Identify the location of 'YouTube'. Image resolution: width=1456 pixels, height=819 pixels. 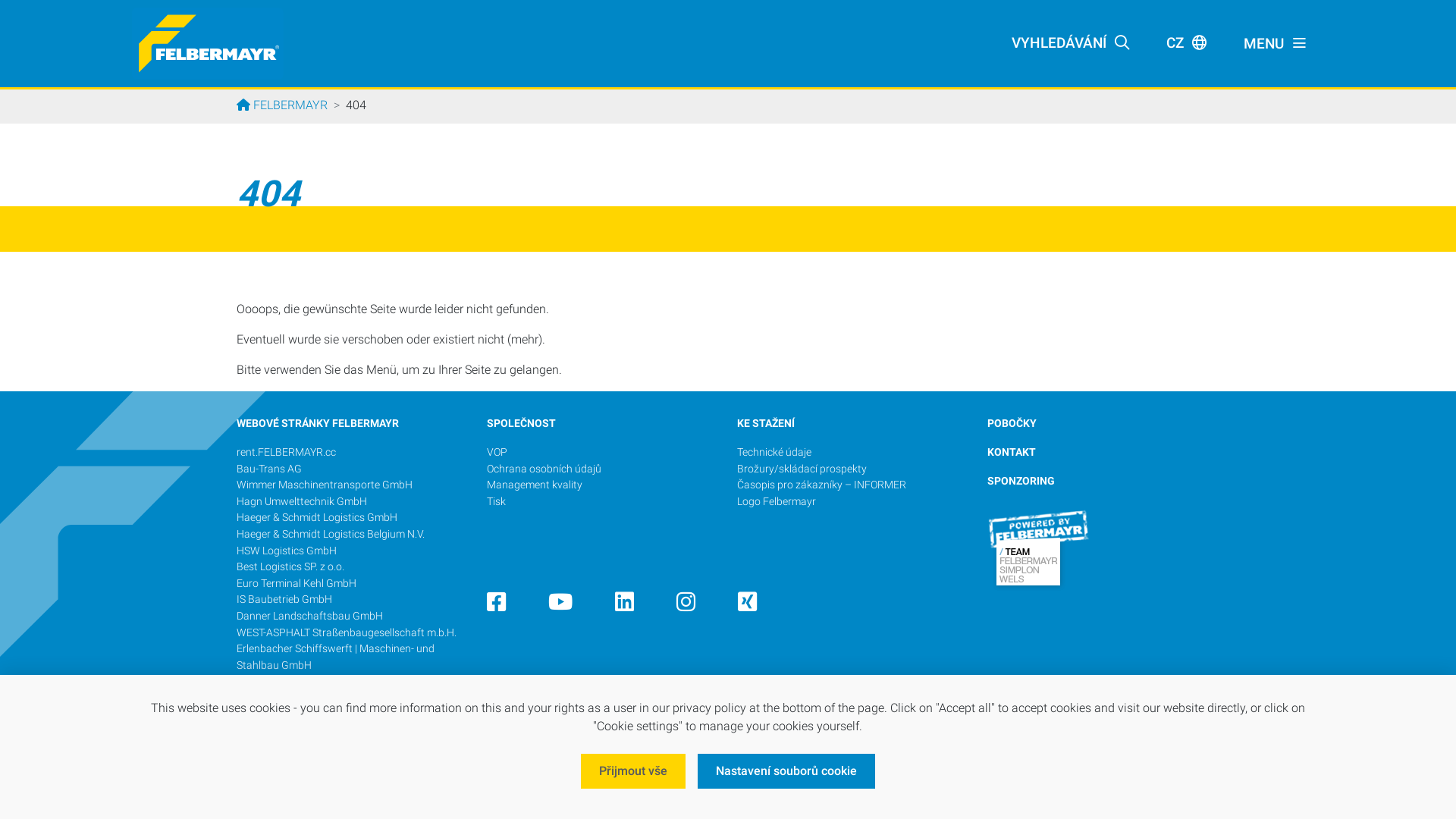
(560, 605).